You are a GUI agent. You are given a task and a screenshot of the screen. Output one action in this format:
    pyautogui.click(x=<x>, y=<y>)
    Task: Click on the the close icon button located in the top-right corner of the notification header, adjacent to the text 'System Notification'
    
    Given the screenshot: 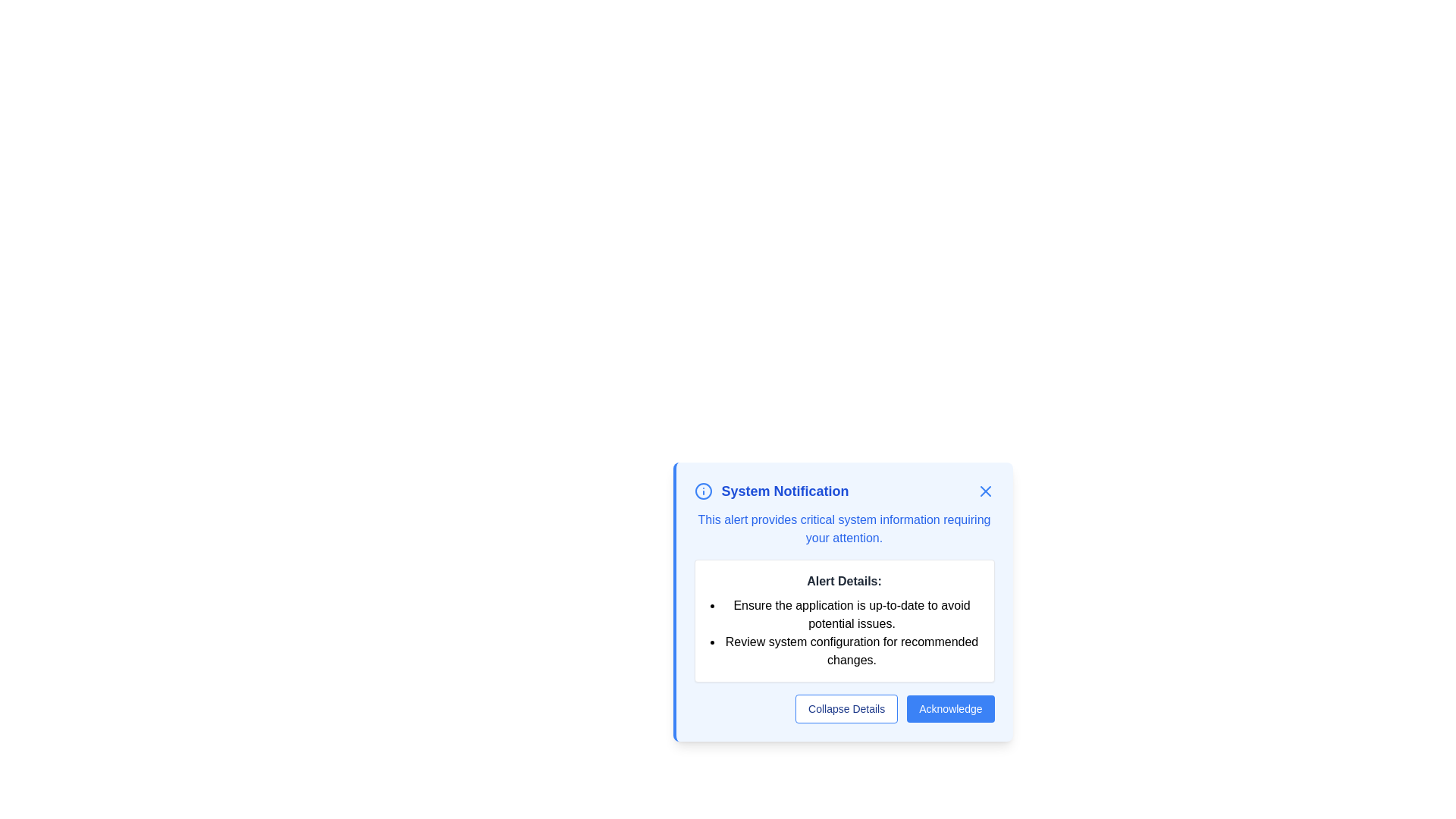 What is the action you would take?
    pyautogui.click(x=985, y=491)
    